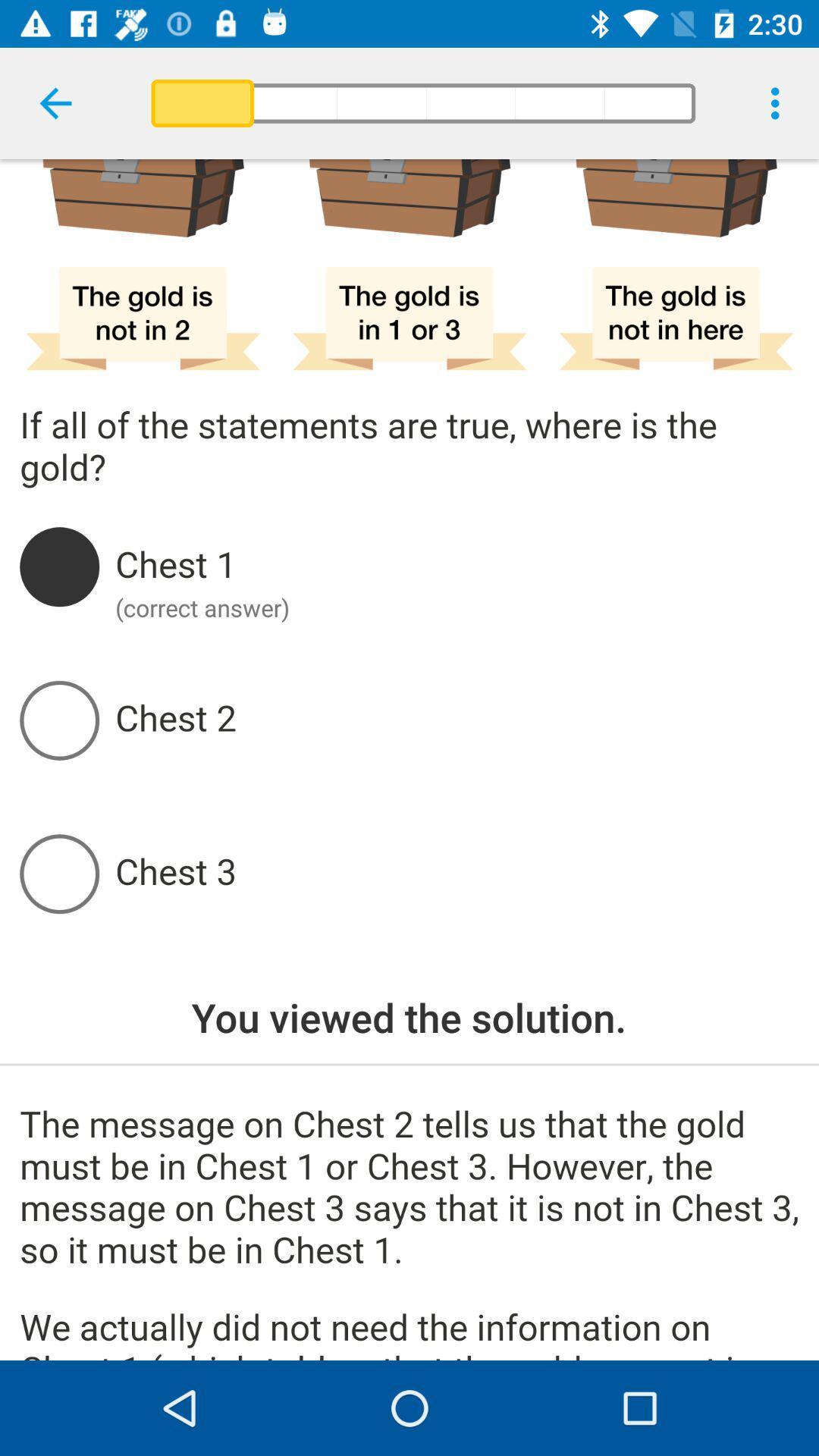 This screenshot has height=1456, width=819. I want to click on option two, so click(456, 719).